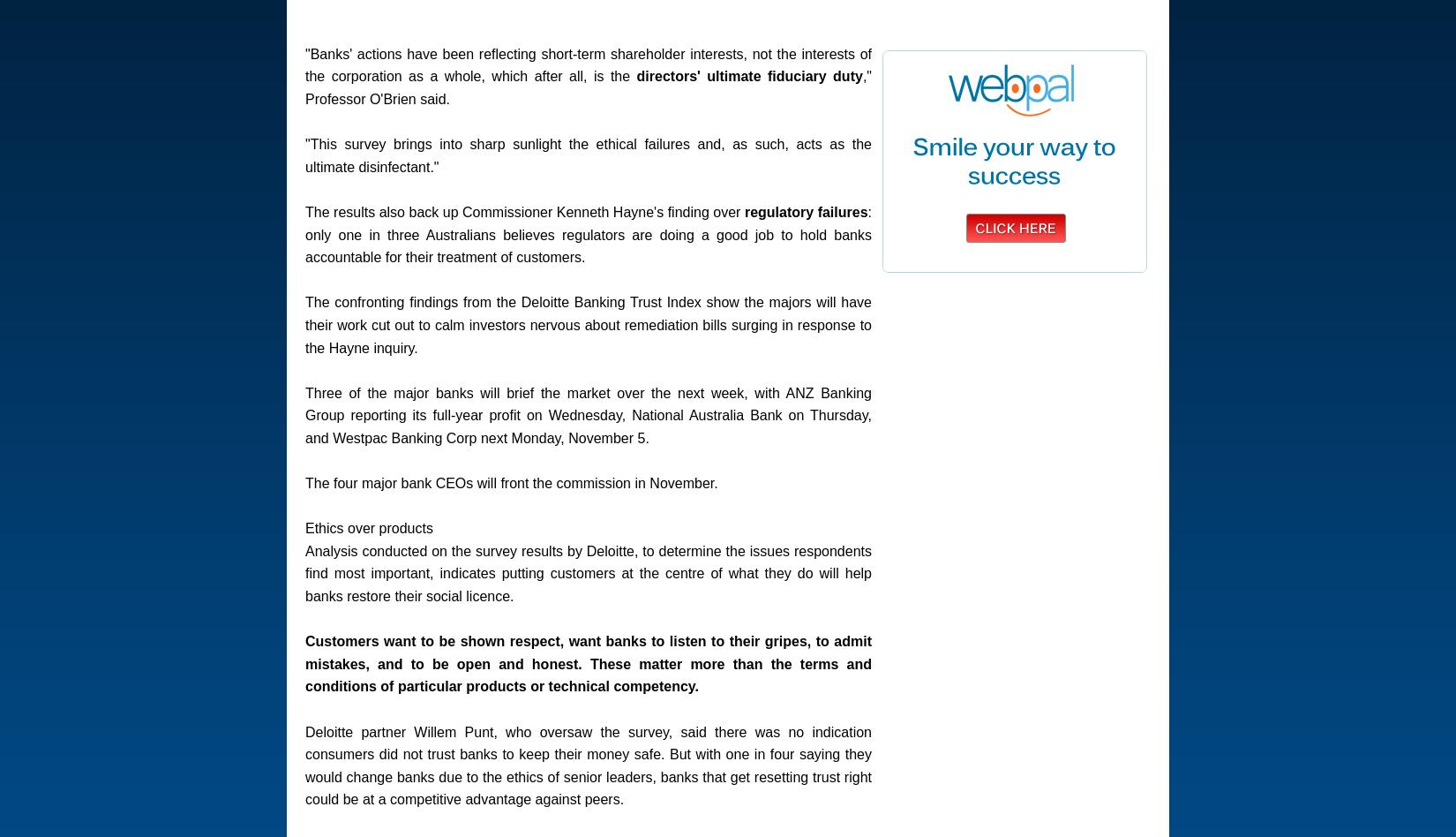 Image resolution: width=1456 pixels, height=837 pixels. I want to click on '," Professor O'Brien said.', so click(587, 87).